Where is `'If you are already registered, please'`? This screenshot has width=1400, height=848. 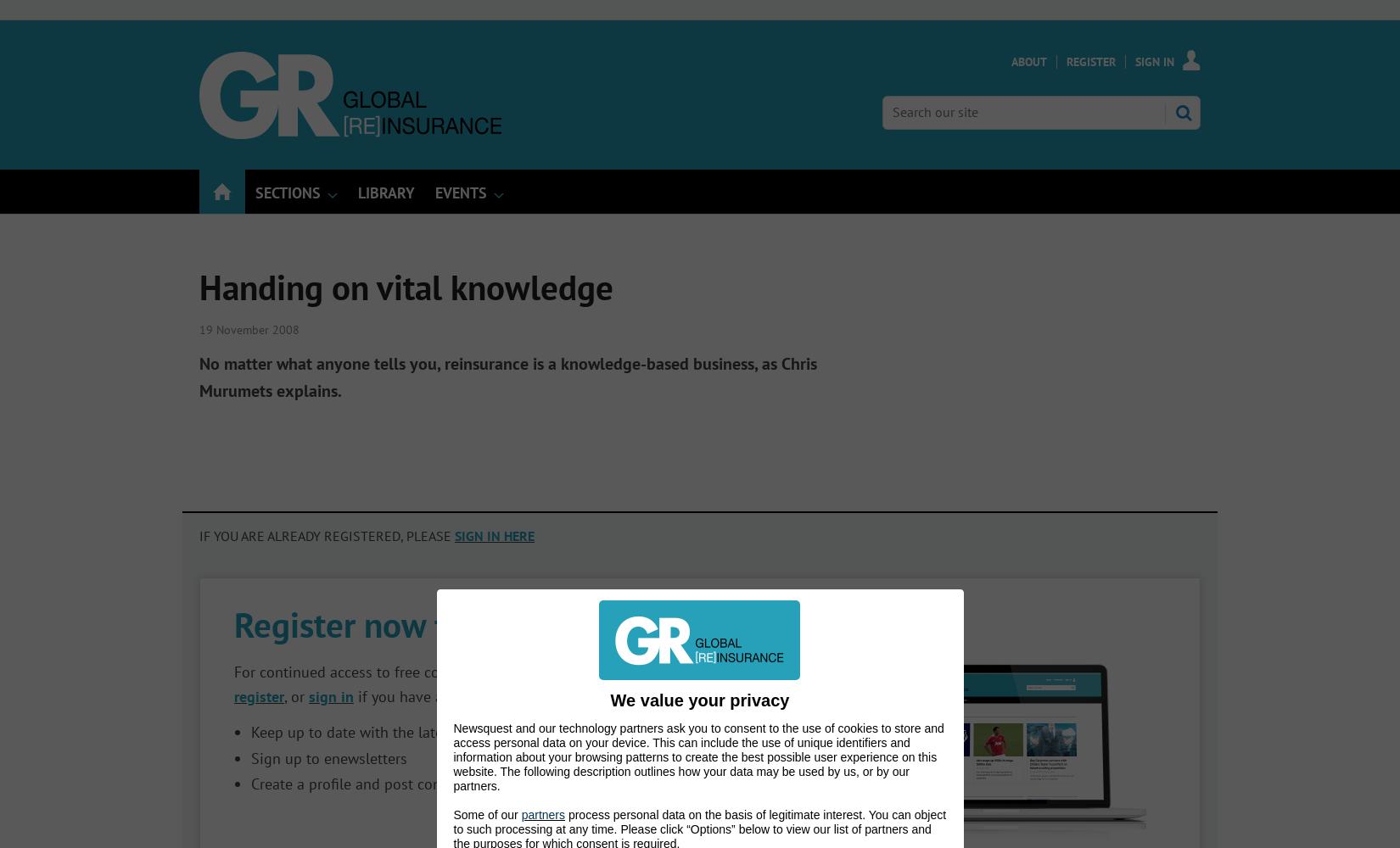 'If you are already registered, please' is located at coordinates (327, 536).